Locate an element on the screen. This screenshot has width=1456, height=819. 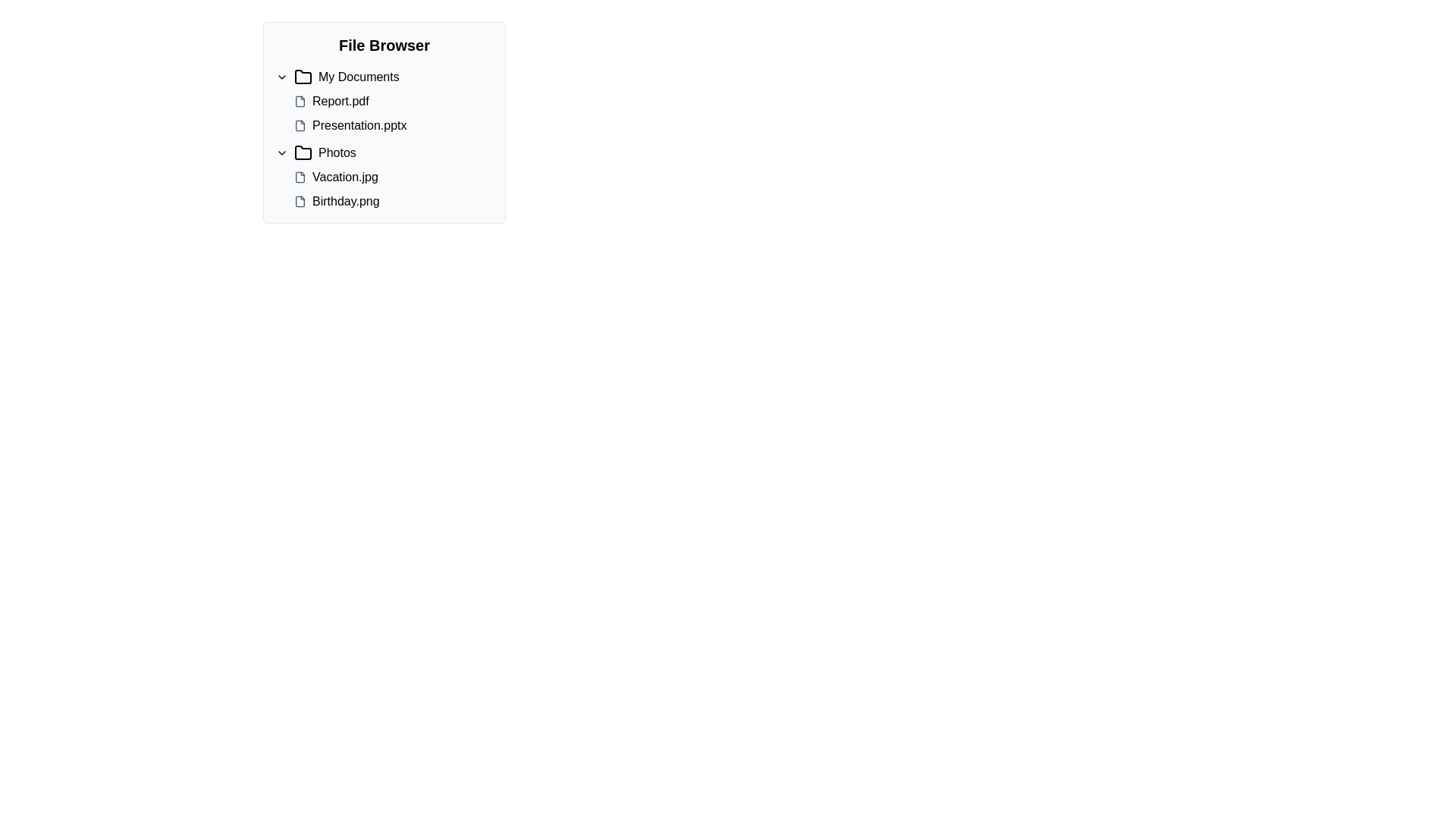
the minimalist file icon for 'Vacation.jpg' is located at coordinates (300, 177).